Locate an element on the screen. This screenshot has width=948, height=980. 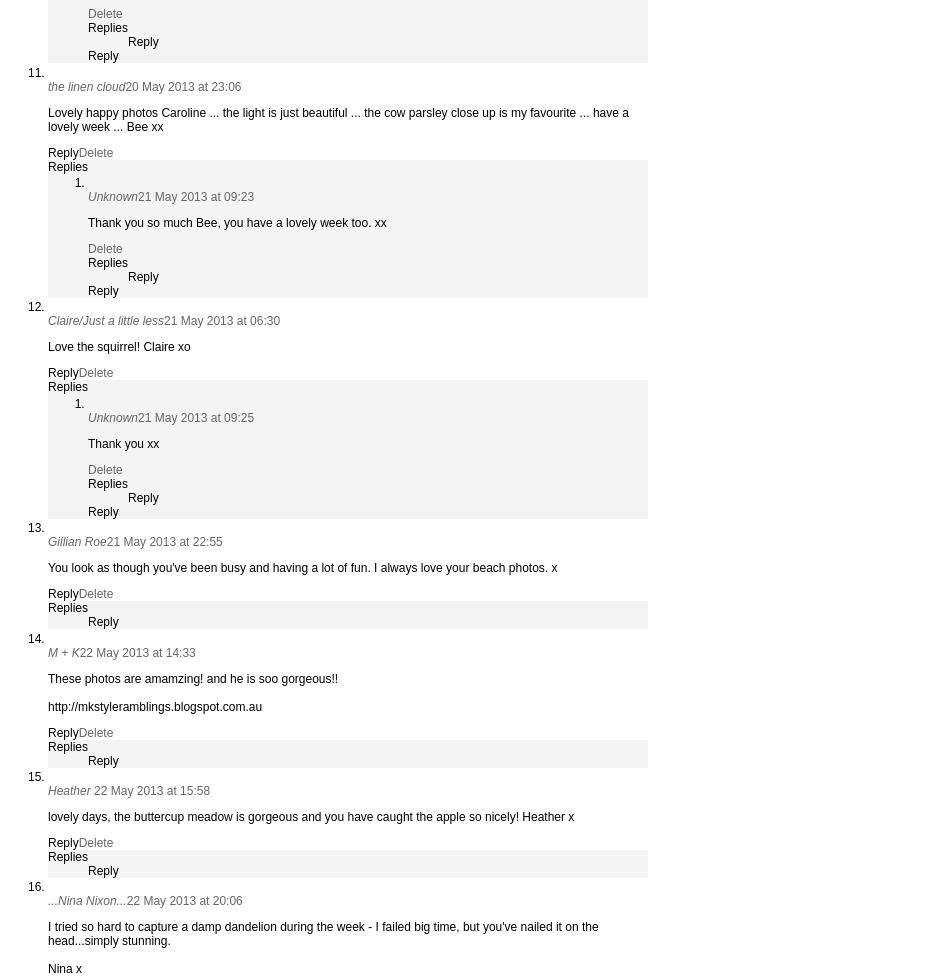
'21 May 2013 at 22:55' is located at coordinates (105, 542).